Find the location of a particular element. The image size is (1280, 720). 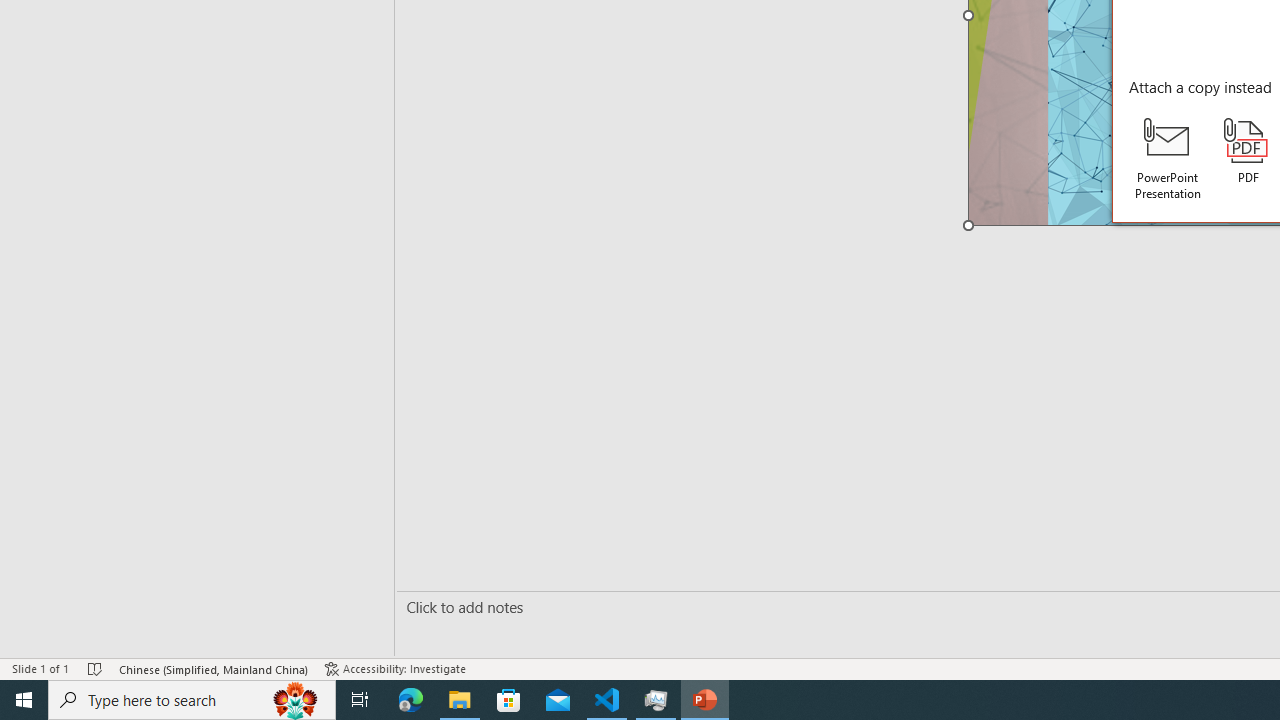

'PDF' is located at coordinates (1247, 150).